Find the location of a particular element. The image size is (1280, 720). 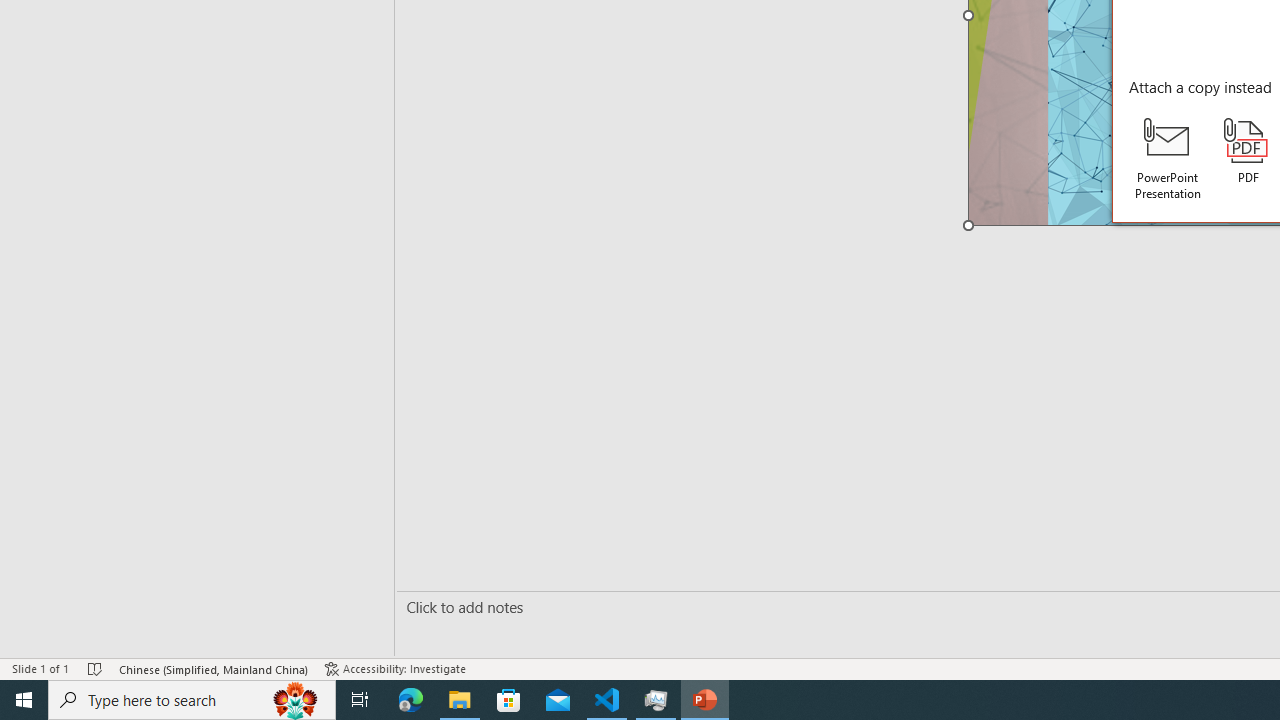

'PDF' is located at coordinates (1247, 150).